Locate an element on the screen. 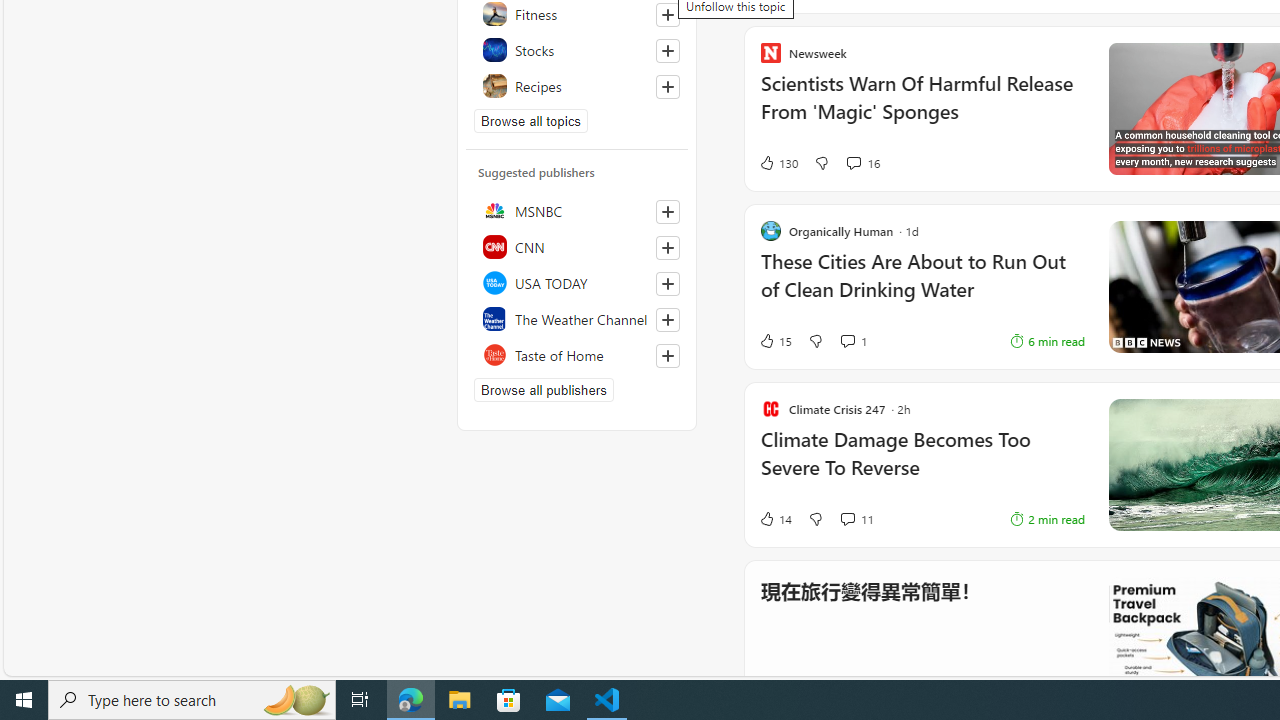  'Follow this source' is located at coordinates (667, 355).